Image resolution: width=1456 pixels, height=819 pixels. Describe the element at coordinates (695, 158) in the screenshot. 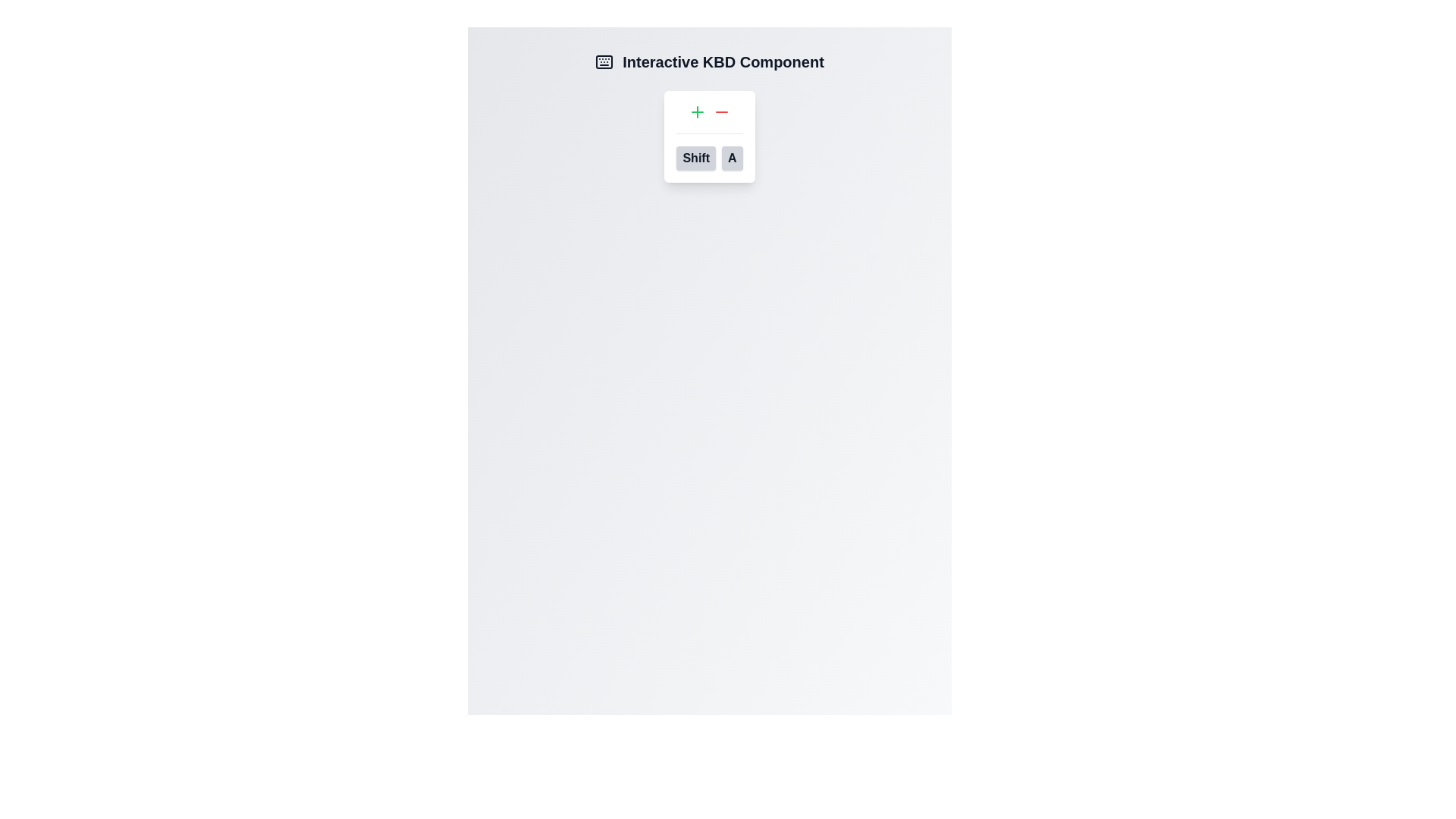

I see `the rectangular button labeled 'Shift' with a gray background, located at the top-central portion of the interface, which is the first button from the left in a row of two buttons` at that location.